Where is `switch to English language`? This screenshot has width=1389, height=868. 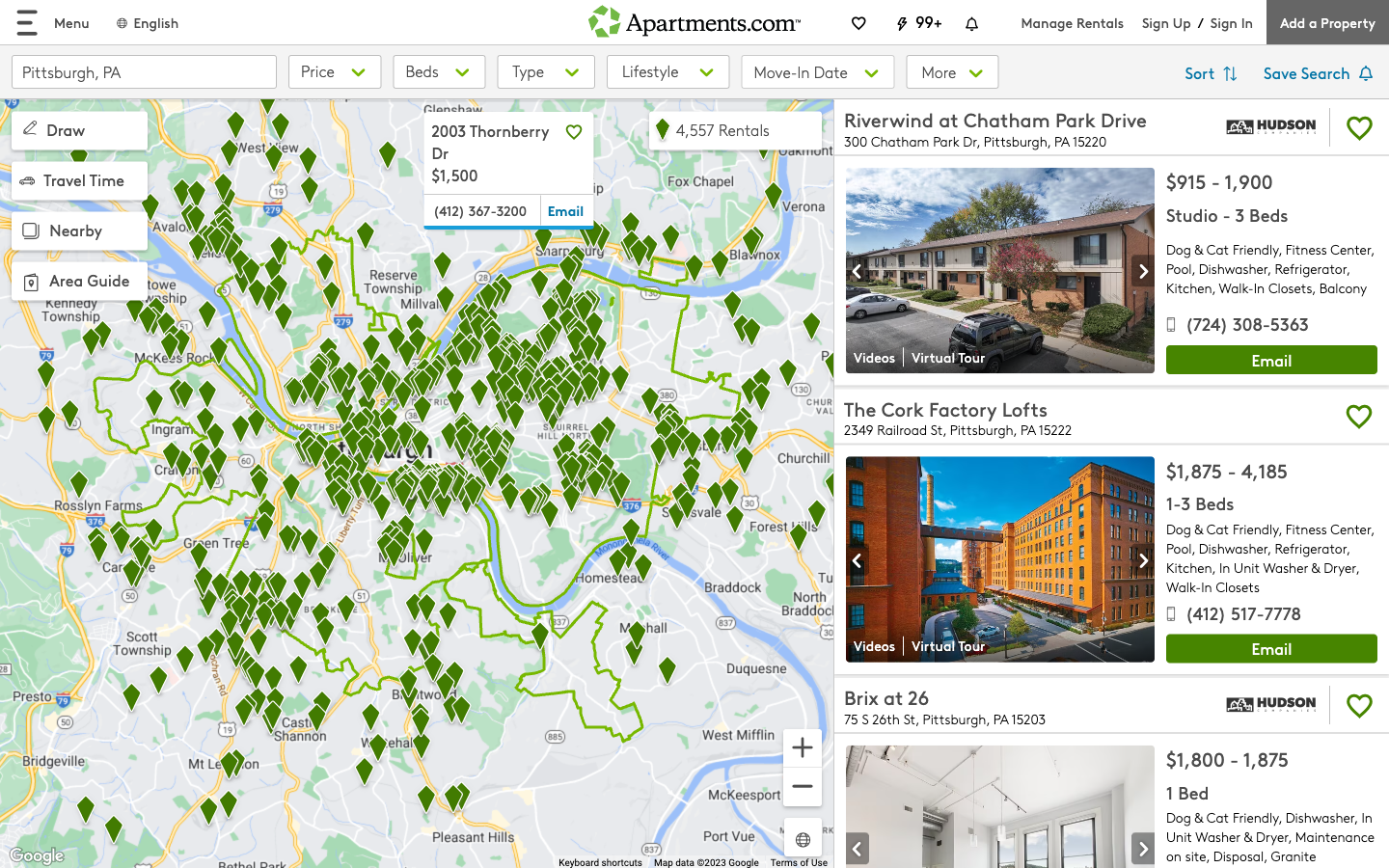
switch to English language is located at coordinates (146, 21).